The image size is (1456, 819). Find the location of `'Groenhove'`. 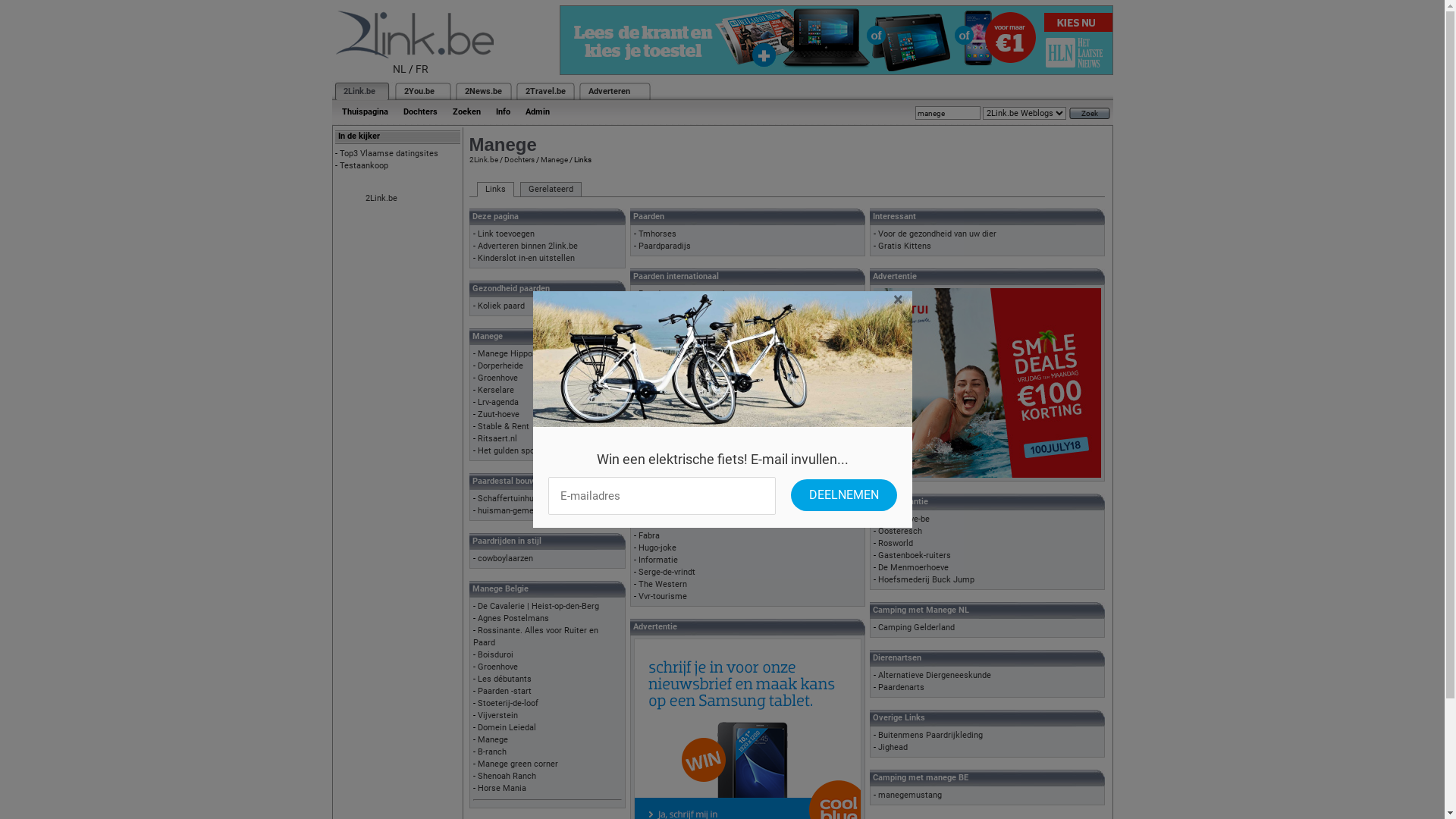

'Groenhove' is located at coordinates (476, 377).